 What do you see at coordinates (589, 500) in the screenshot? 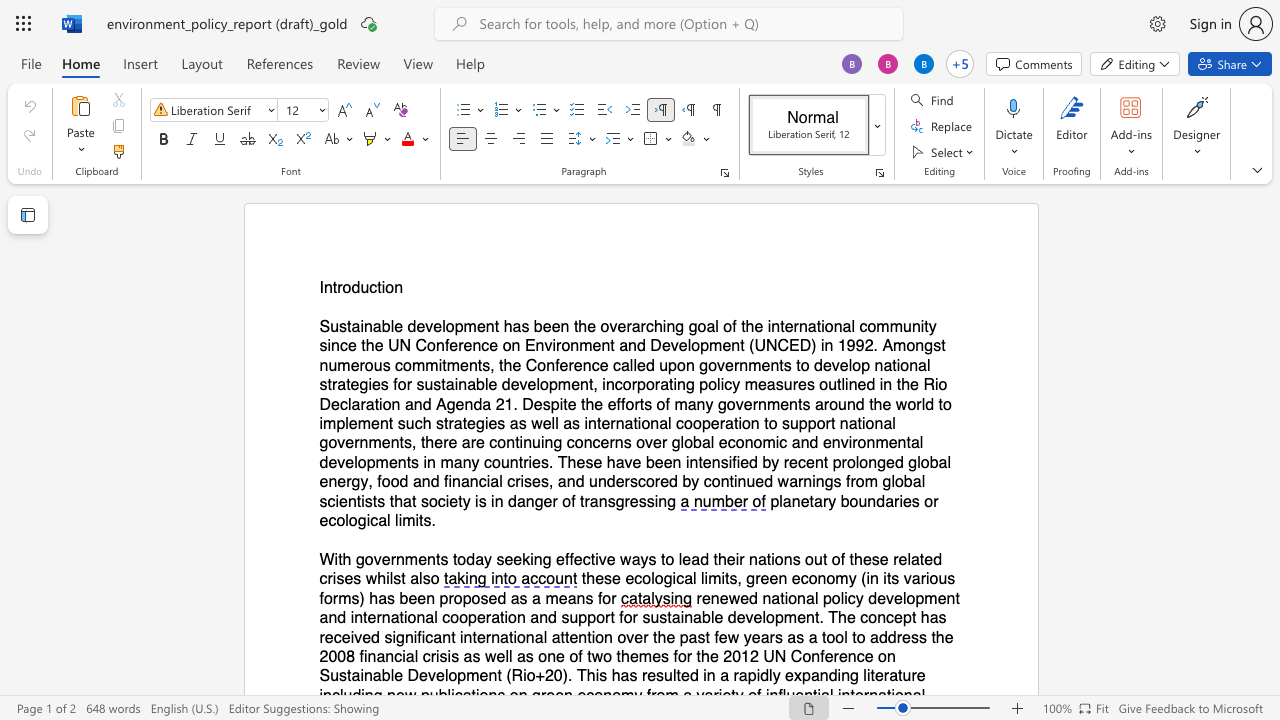
I see `the space between the continuous character "r" and "a" in the text` at bounding box center [589, 500].